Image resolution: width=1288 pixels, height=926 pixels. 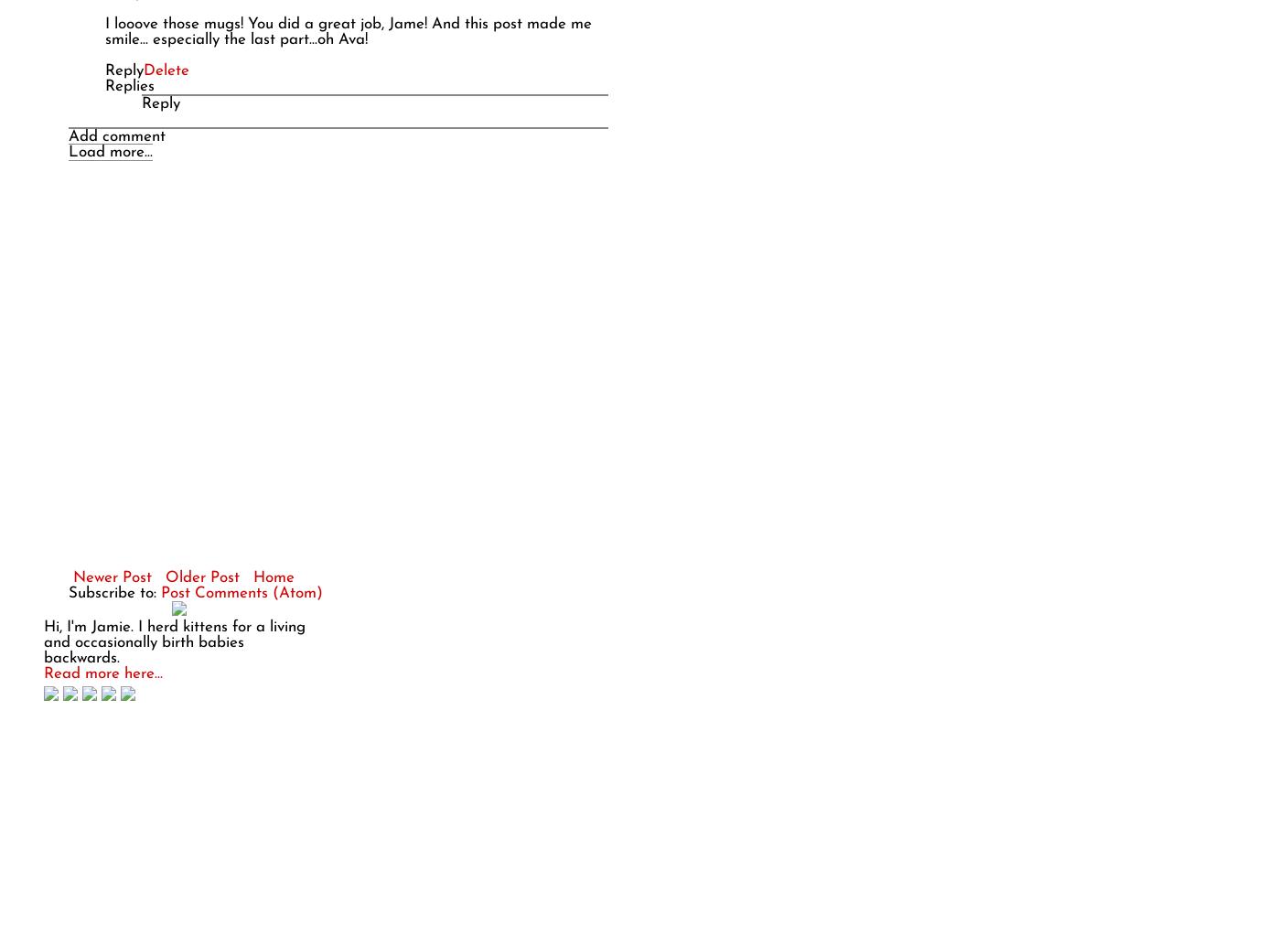 I want to click on 'Load more...', so click(x=110, y=151).